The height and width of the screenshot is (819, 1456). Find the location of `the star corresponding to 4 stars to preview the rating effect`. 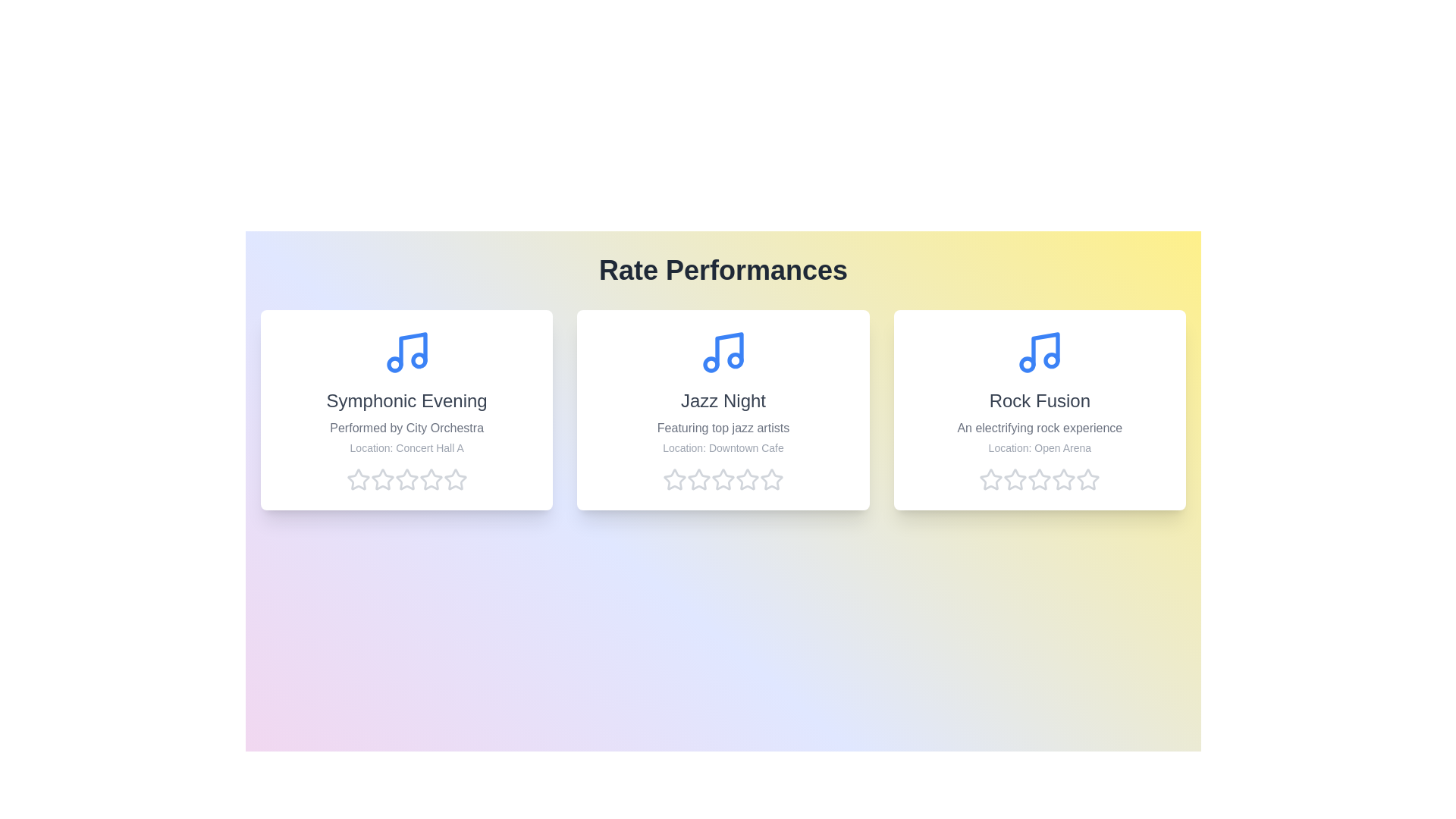

the star corresponding to 4 stars to preview the rating effect is located at coordinates (430, 479).